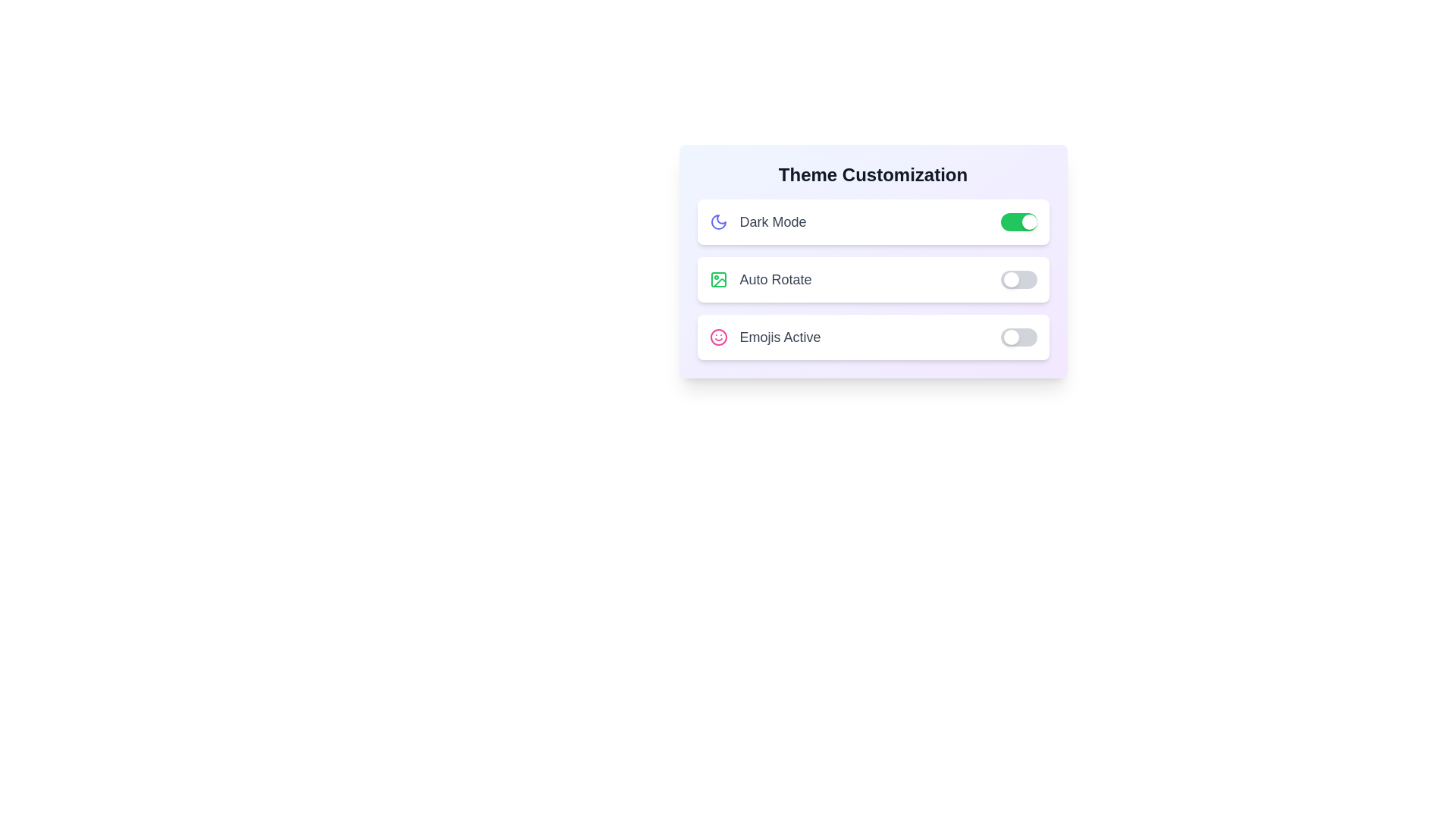  I want to click on the toggle switch labeled 'Auto Rotate' to change its state, located in the settings menu below 'Dark Mode', so click(873, 280).